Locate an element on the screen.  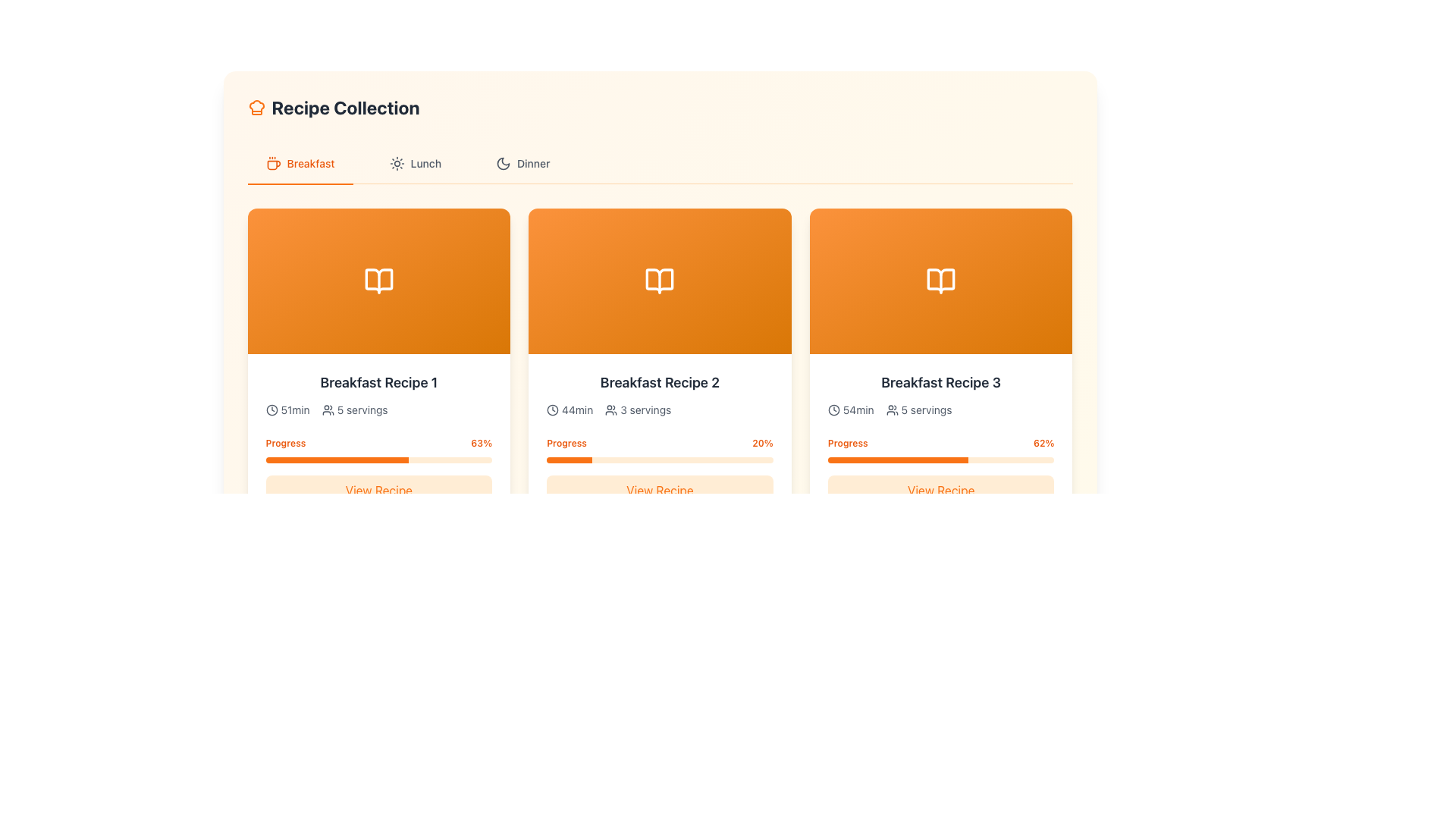
the SVG Icon that visually indicates the number of servings related to the recipe, positioned to the left of the text label '5 servings' in the third column of recipe cards under the title 'Breakfast Recipe 3' is located at coordinates (892, 409).